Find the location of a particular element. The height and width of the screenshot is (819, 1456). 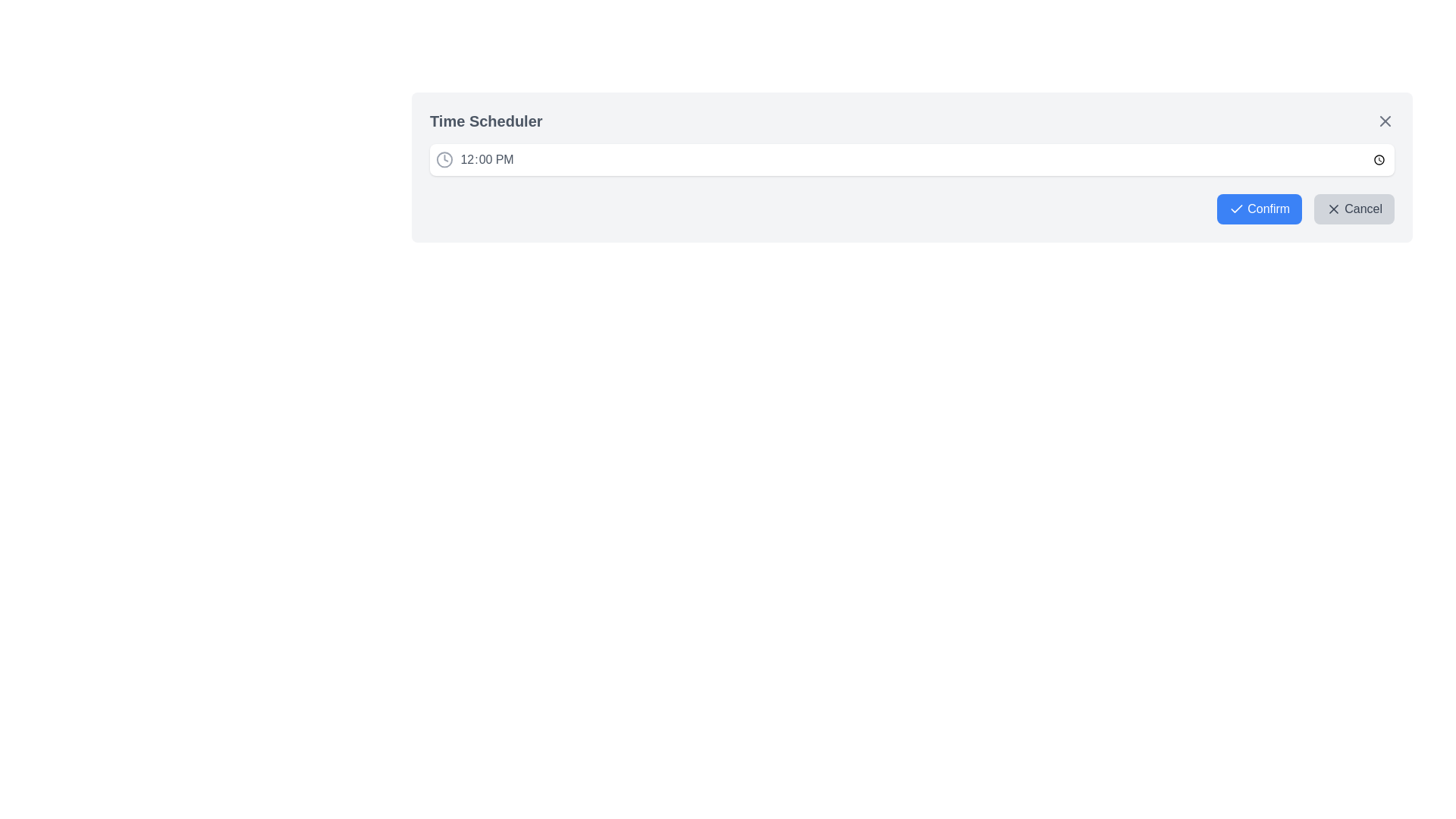

the checkmark icon which is part of the 'Confirm' button, located towards the center-right of the modal dialog box, adjacent to the text 'Confirm' is located at coordinates (1237, 209).